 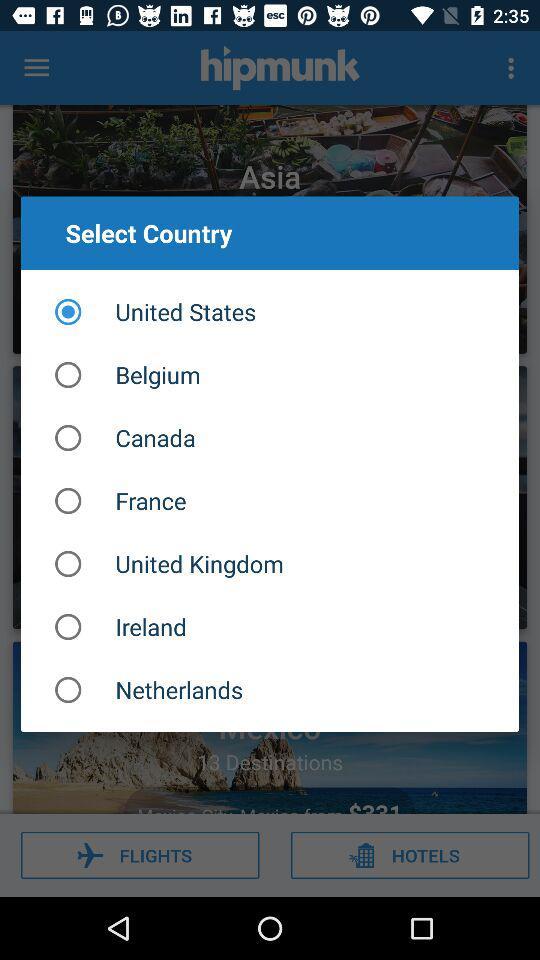 I want to click on the belgium, so click(x=270, y=373).